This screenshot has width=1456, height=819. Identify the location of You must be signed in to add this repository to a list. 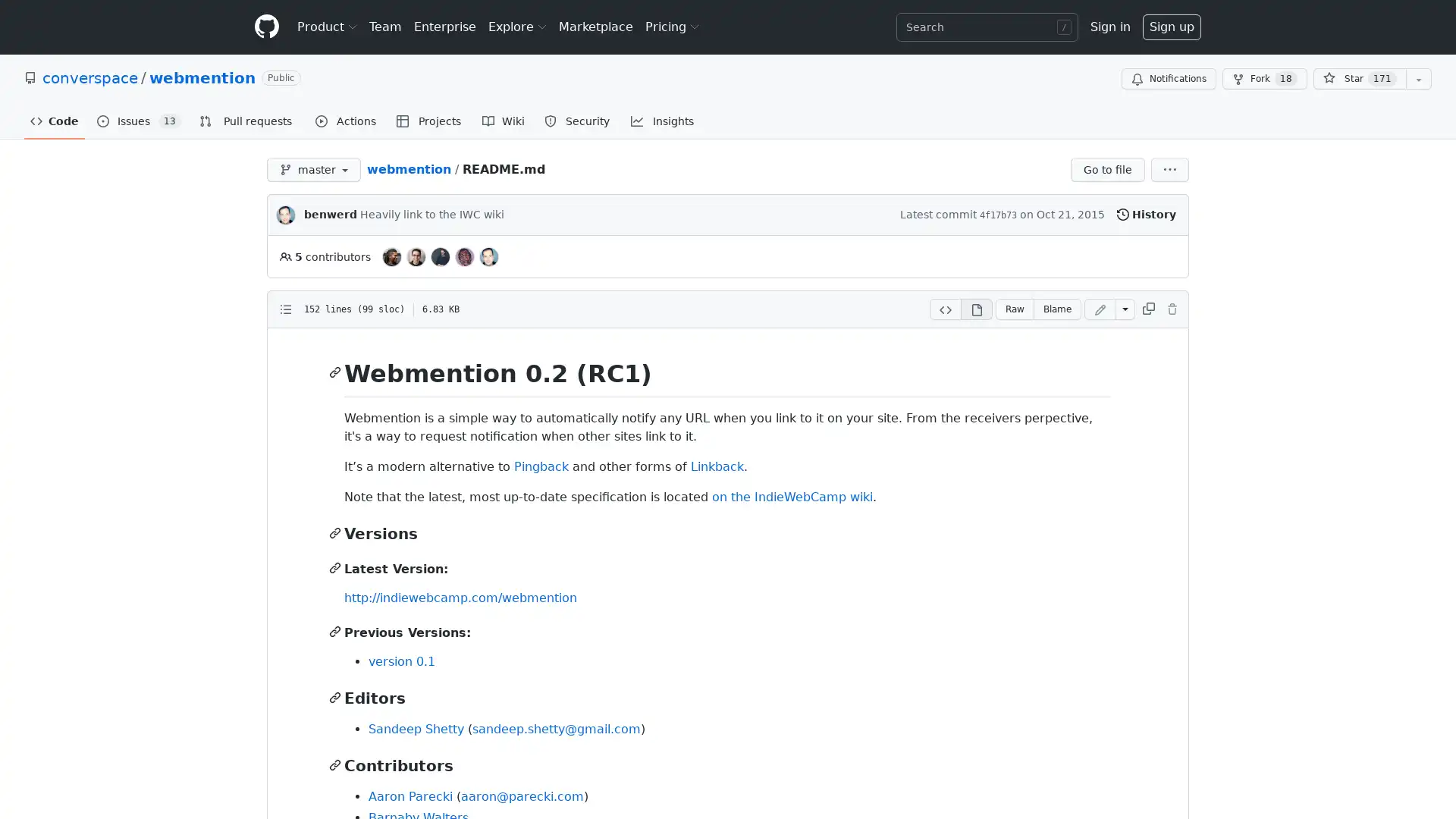
(1418, 79).